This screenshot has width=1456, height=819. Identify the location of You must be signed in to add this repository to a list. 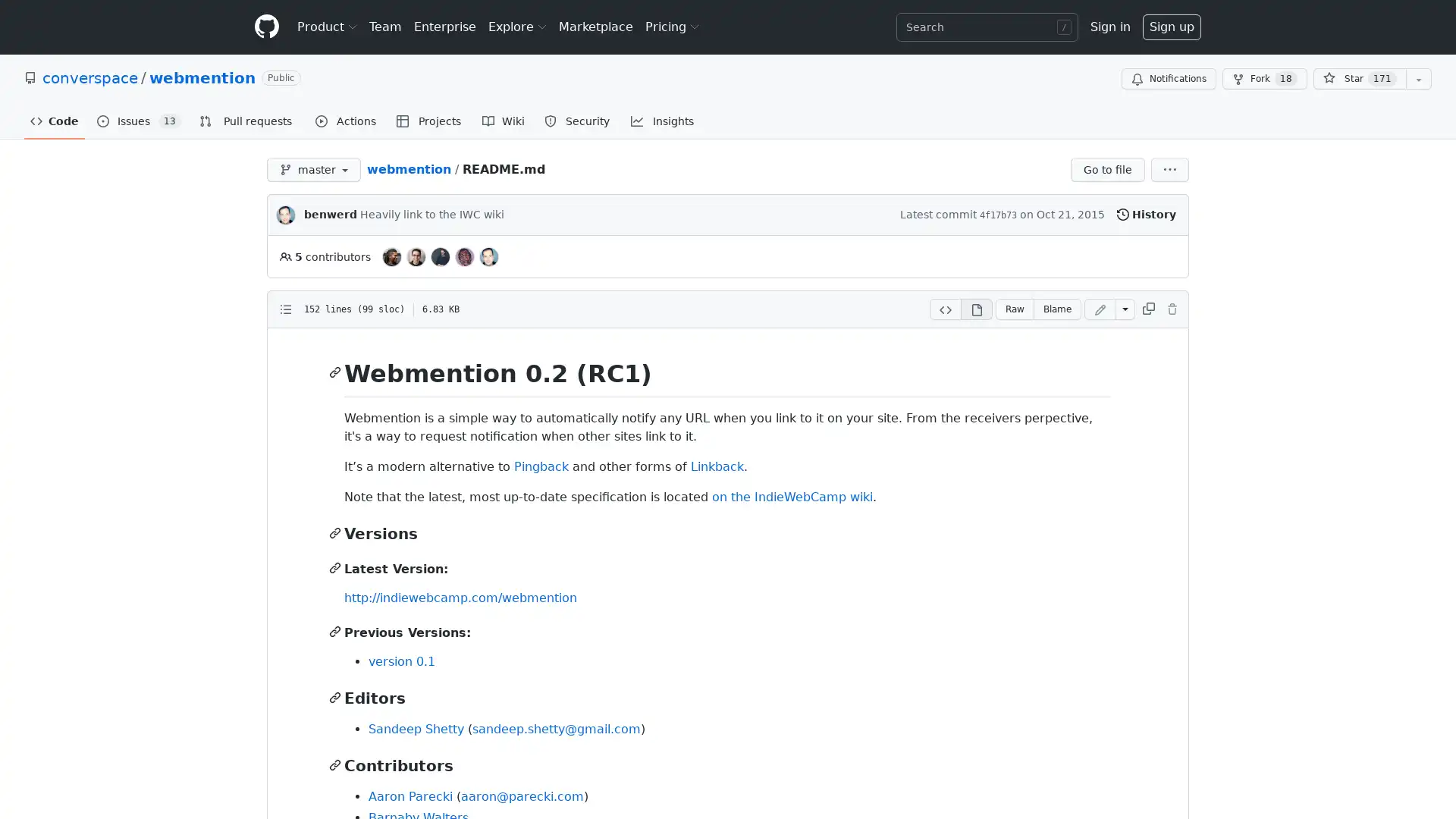
(1418, 79).